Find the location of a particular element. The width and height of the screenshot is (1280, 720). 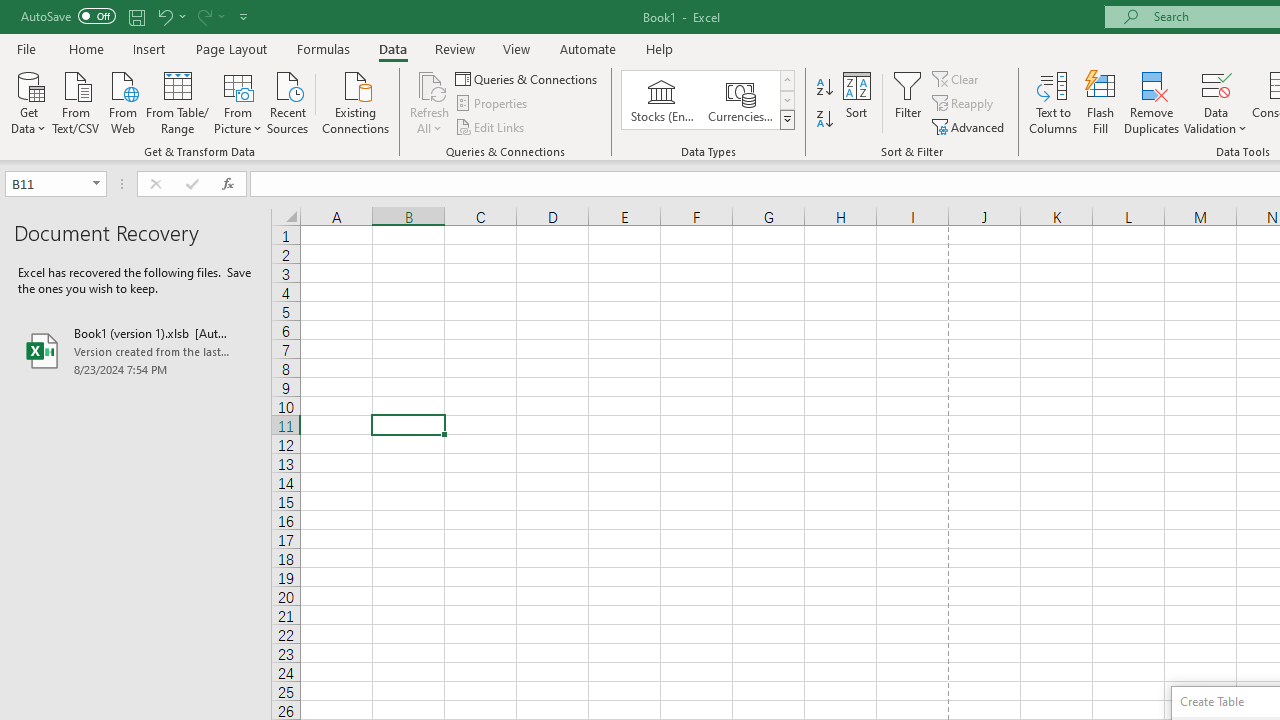

'Stocks (English)' is located at coordinates (662, 100).